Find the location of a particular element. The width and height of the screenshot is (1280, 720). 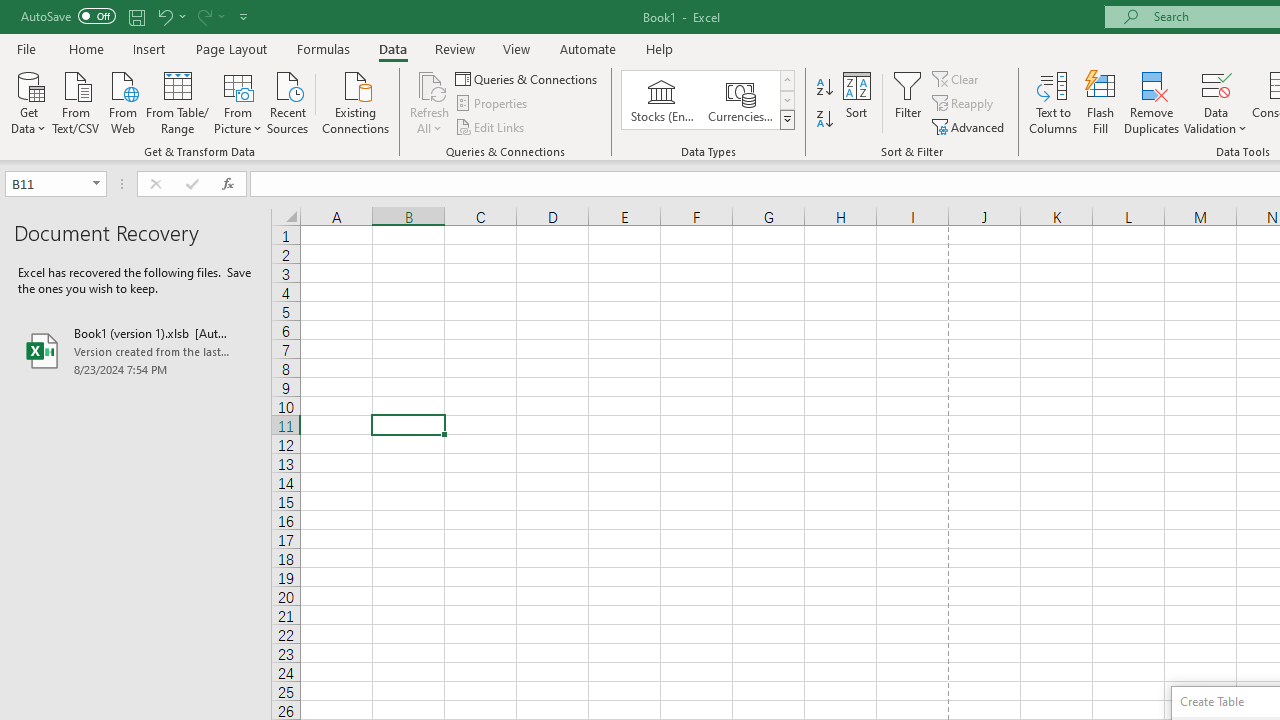

'Stocks (English)' is located at coordinates (662, 100).